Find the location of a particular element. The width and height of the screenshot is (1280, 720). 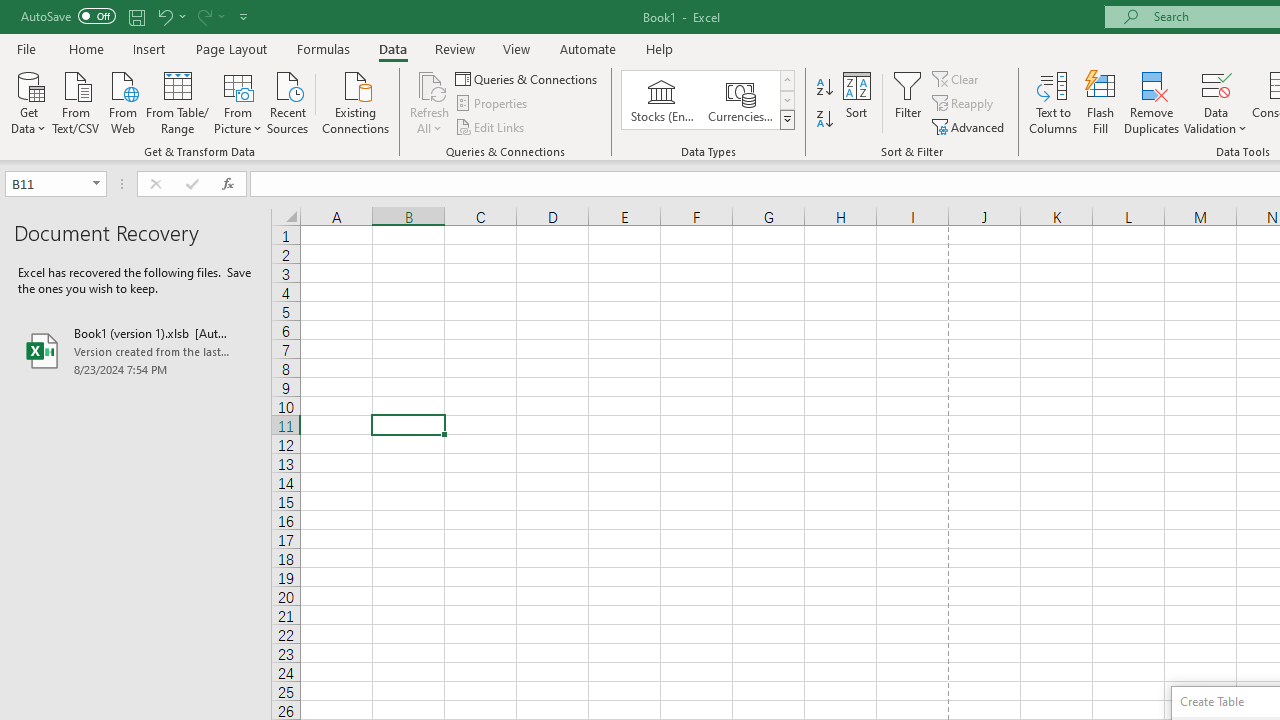

'Stocks (English)' is located at coordinates (662, 100).